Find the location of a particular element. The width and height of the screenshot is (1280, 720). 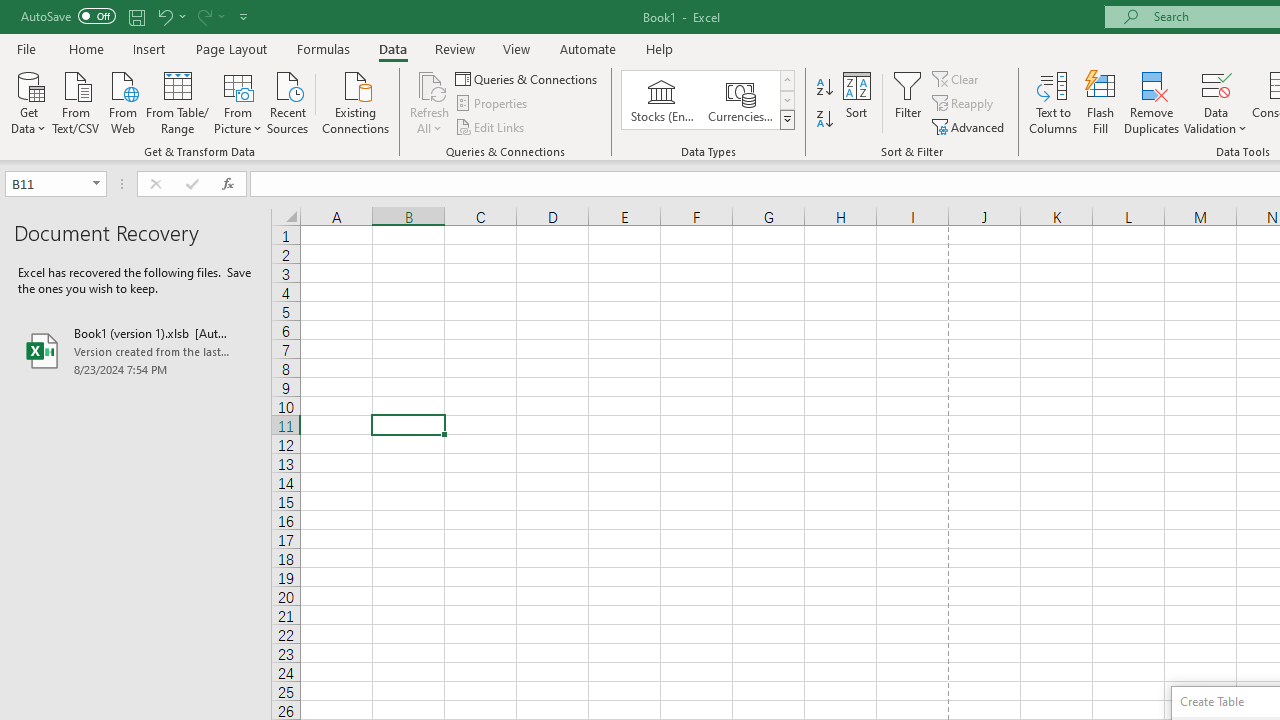

'Stocks (English)' is located at coordinates (662, 100).